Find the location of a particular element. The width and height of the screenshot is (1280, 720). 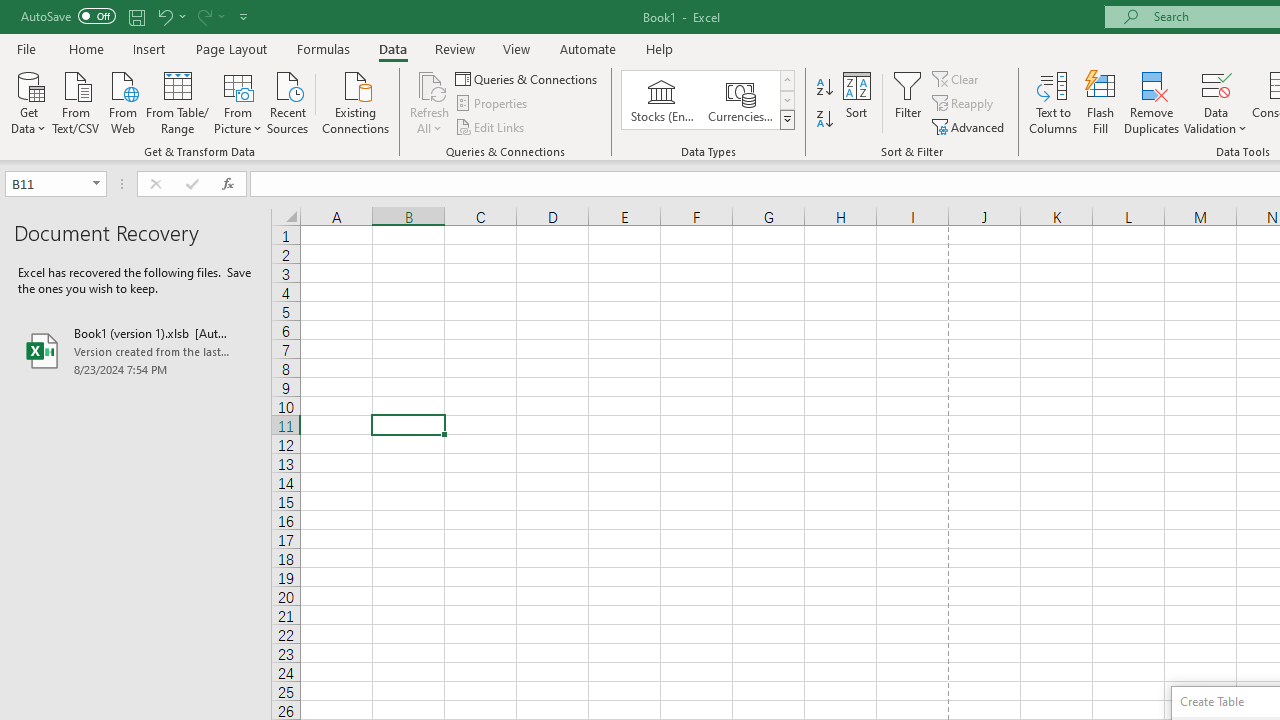

'Stocks (English)' is located at coordinates (662, 100).